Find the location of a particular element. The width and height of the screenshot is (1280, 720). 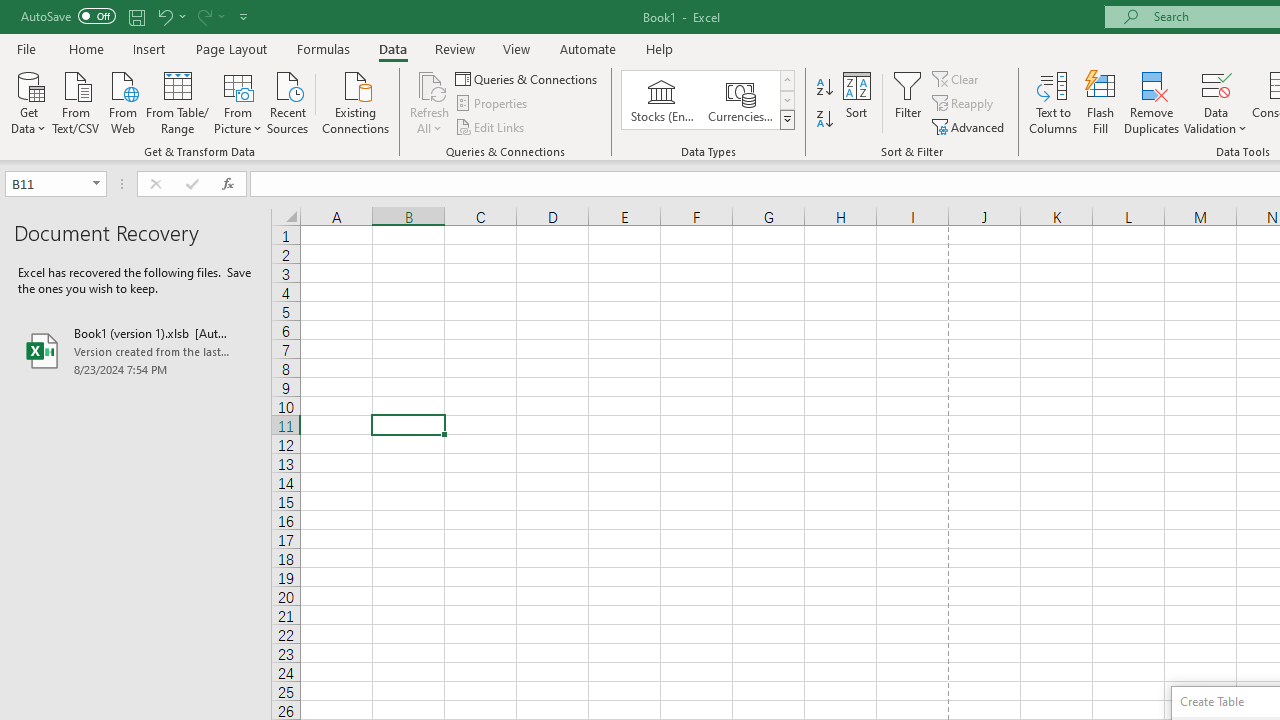

'Stocks (English)' is located at coordinates (662, 100).